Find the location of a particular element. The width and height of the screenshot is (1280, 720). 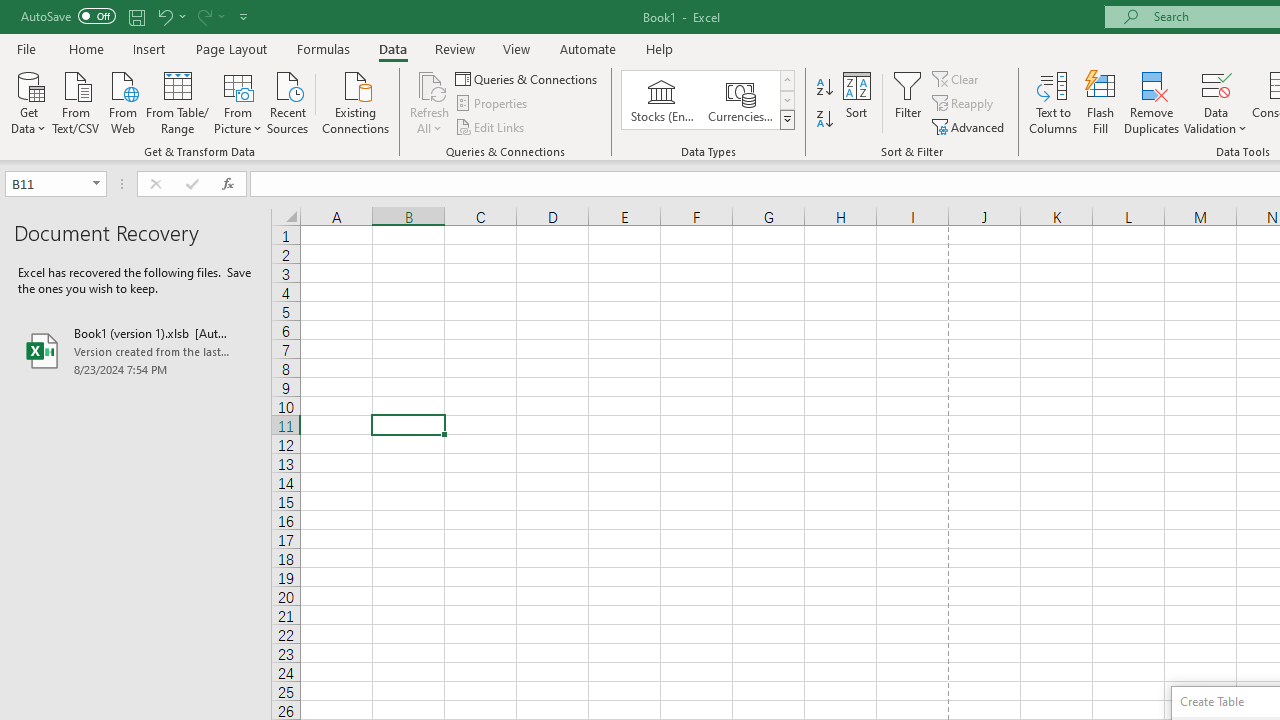

'Stocks (English)' is located at coordinates (662, 100).